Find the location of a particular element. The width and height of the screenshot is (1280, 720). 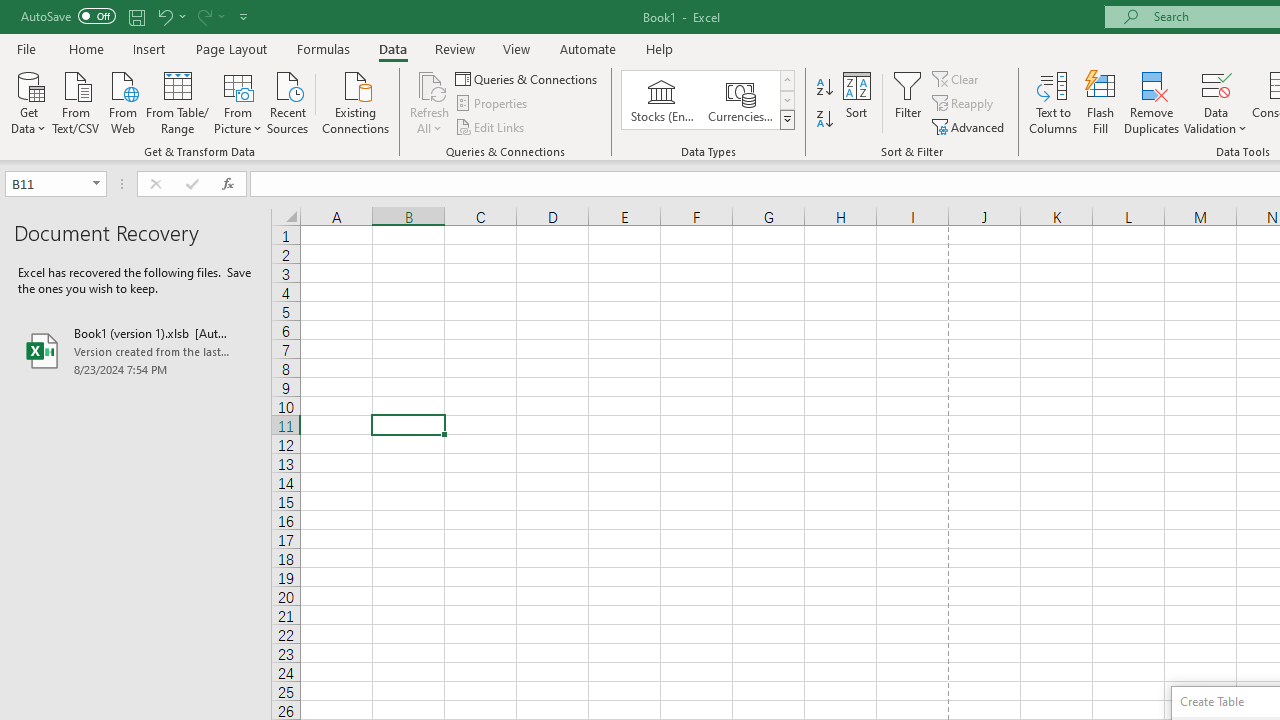

'Stocks (English)' is located at coordinates (662, 100).